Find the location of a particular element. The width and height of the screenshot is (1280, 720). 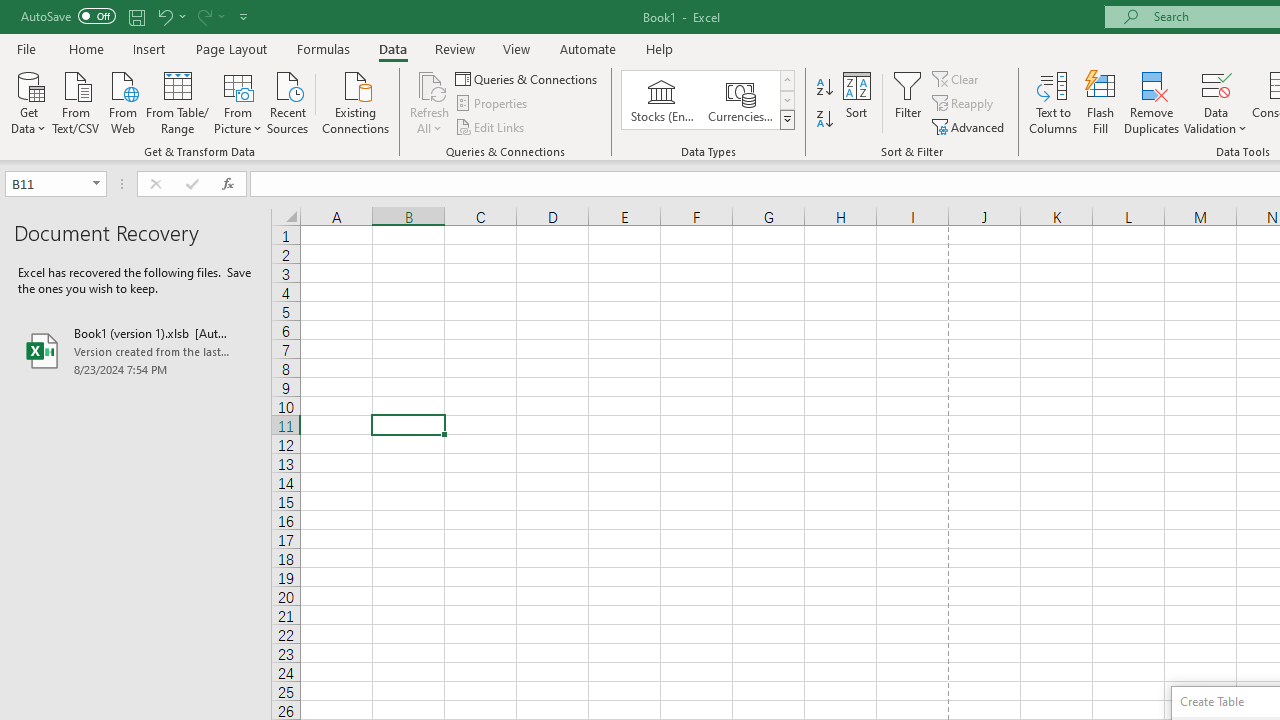

'Stocks (English)' is located at coordinates (662, 100).